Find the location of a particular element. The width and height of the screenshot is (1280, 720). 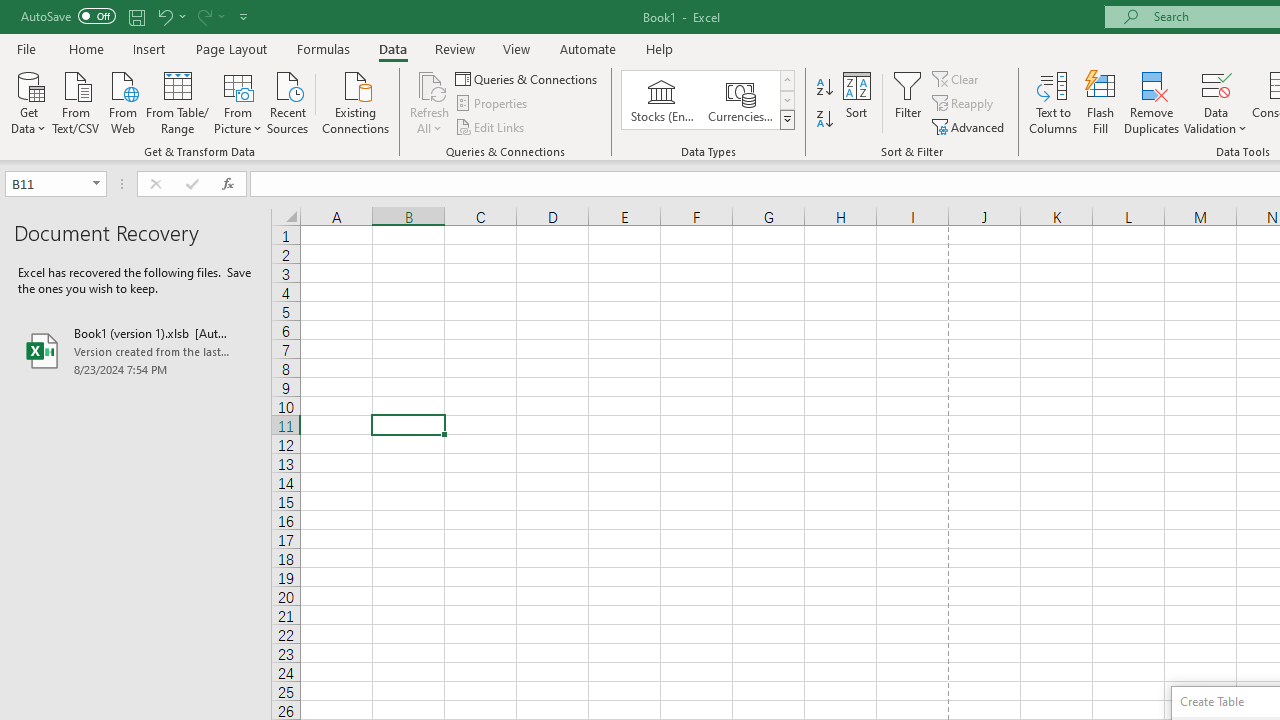

'Stocks (English)' is located at coordinates (662, 100).